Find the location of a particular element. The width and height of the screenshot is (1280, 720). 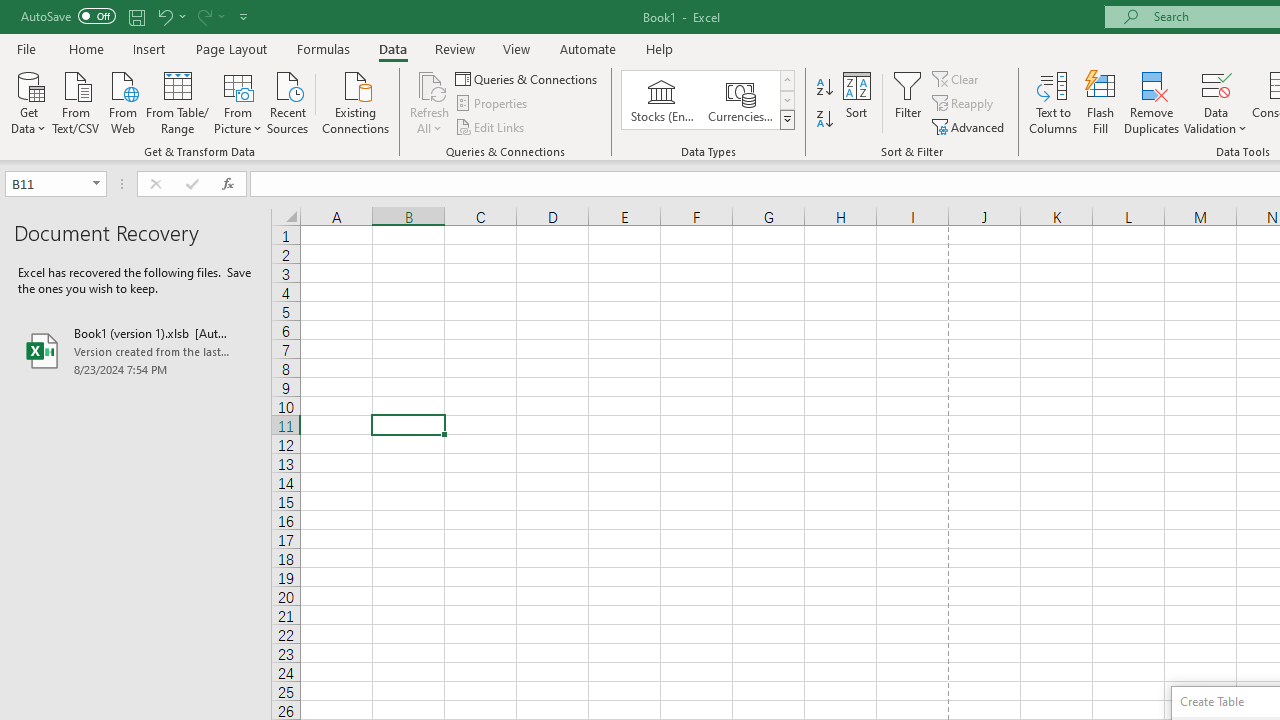

'Stocks (English)' is located at coordinates (662, 100).